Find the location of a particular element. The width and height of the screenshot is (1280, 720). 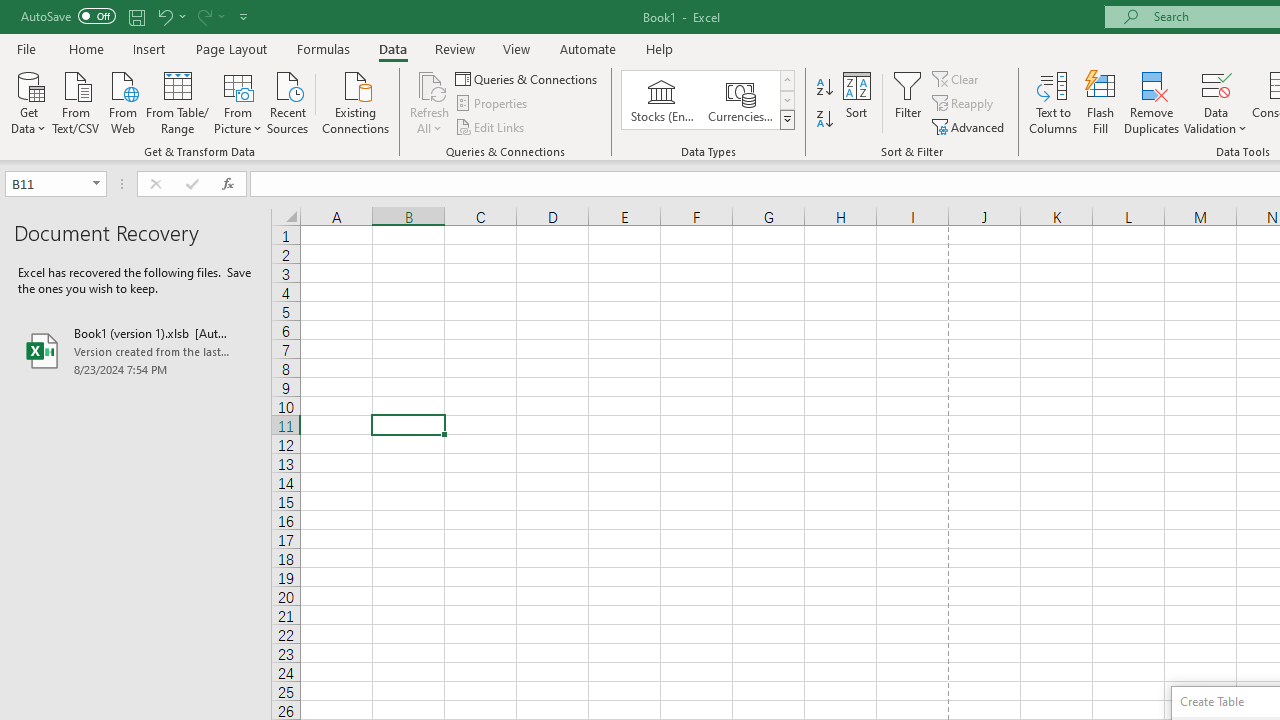

'Stocks (English)' is located at coordinates (662, 100).